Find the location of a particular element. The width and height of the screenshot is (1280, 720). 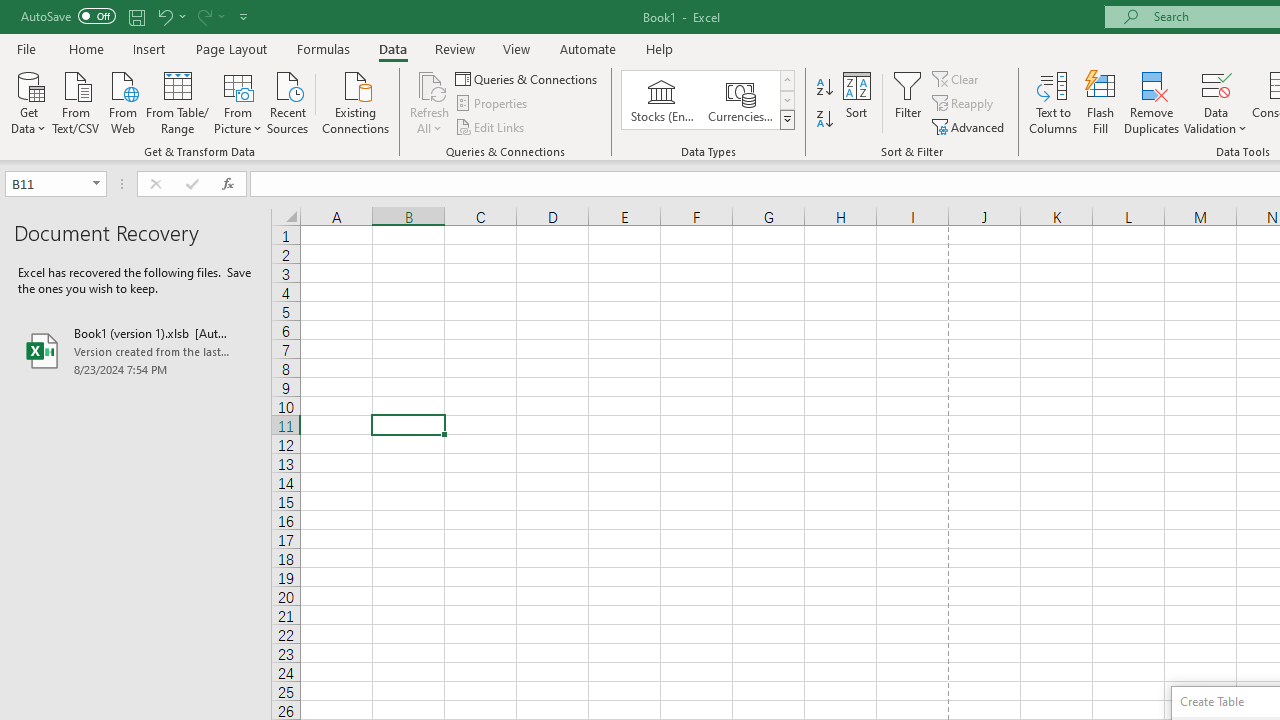

'Stocks (English)' is located at coordinates (662, 100).